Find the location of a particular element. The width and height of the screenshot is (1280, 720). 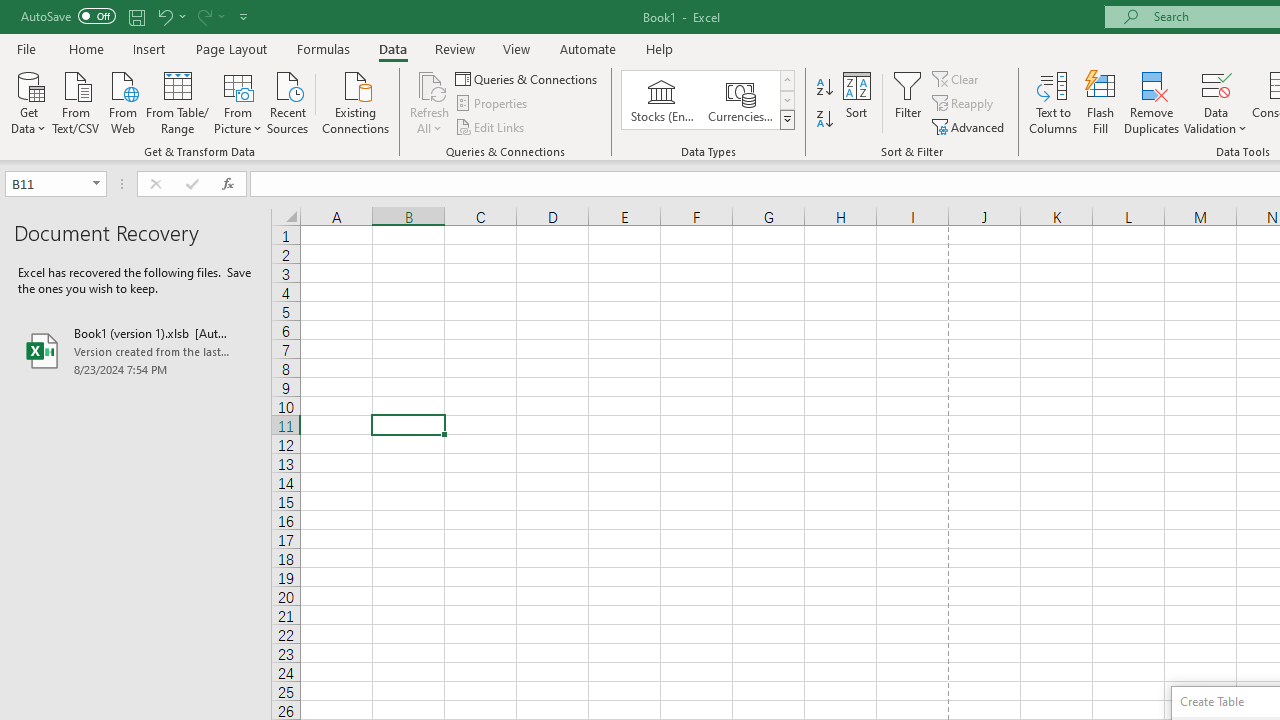

'Stocks (English)' is located at coordinates (662, 100).